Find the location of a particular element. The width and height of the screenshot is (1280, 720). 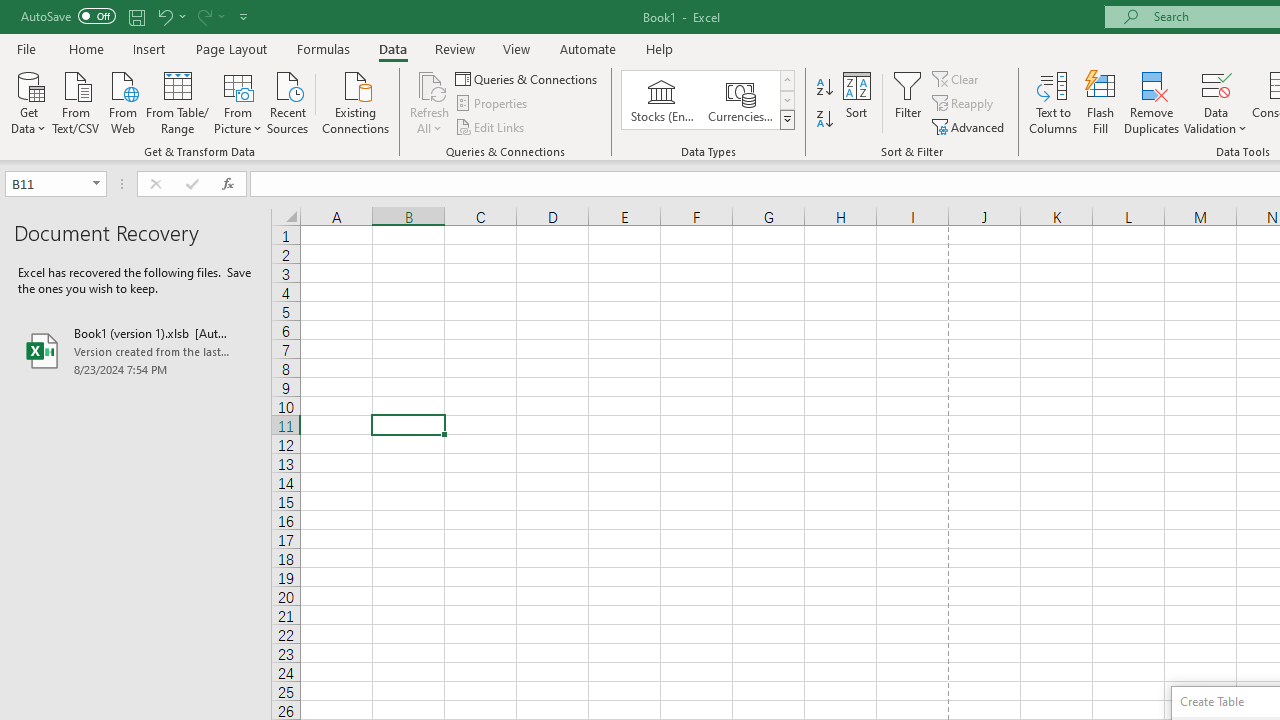

'Stocks (English)' is located at coordinates (662, 100).